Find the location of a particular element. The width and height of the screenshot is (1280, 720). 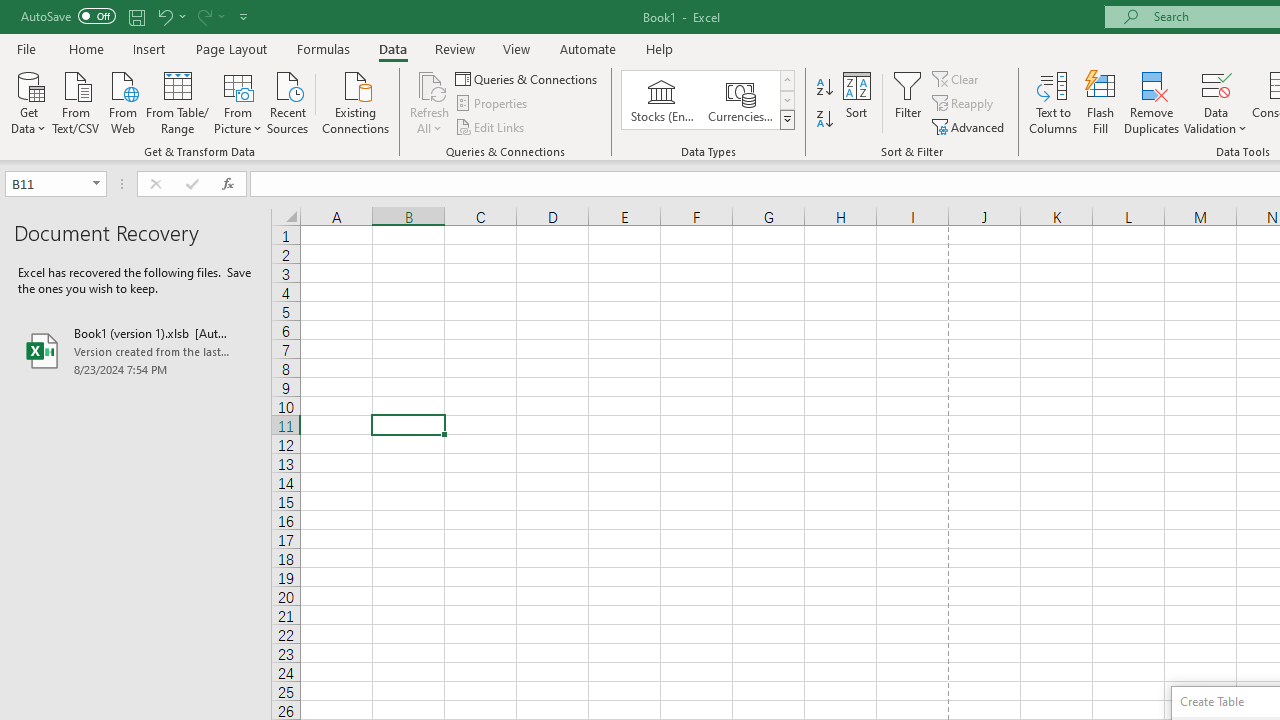

'Stocks (English)' is located at coordinates (662, 100).